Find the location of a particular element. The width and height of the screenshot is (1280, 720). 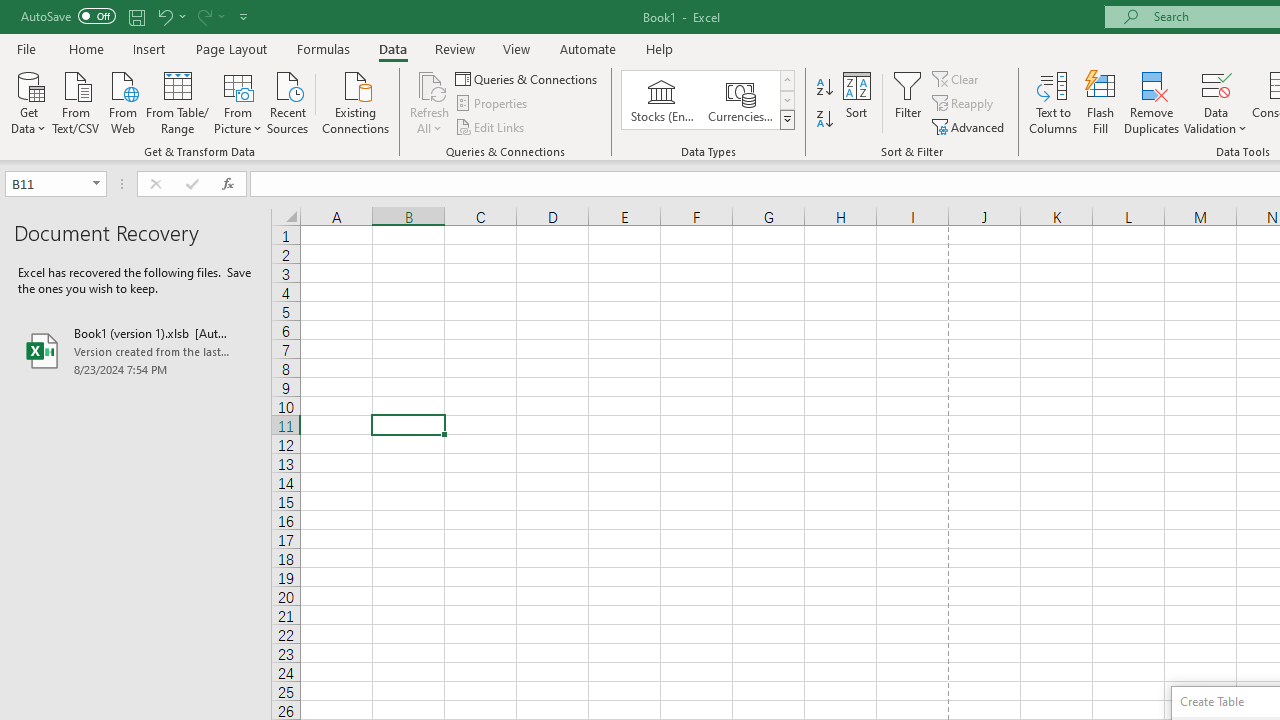

'Stocks (English)' is located at coordinates (662, 100).